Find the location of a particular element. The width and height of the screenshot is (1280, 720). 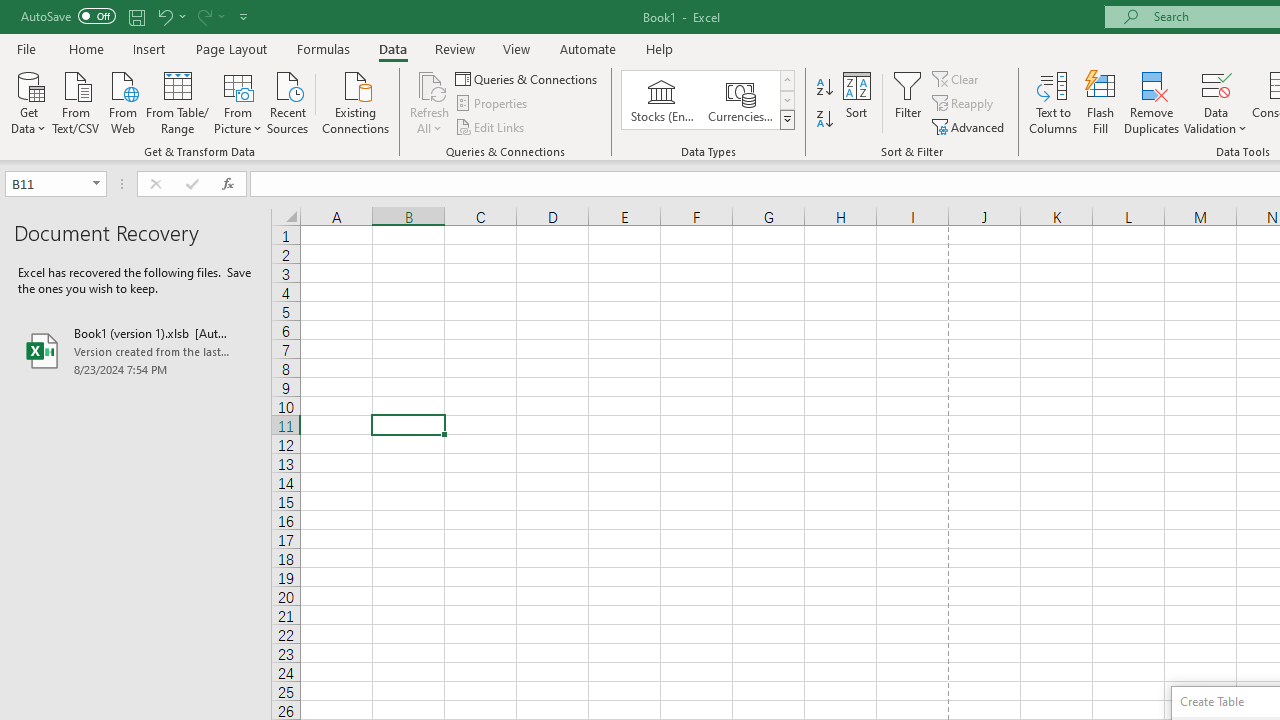

'Stocks (English)' is located at coordinates (662, 100).